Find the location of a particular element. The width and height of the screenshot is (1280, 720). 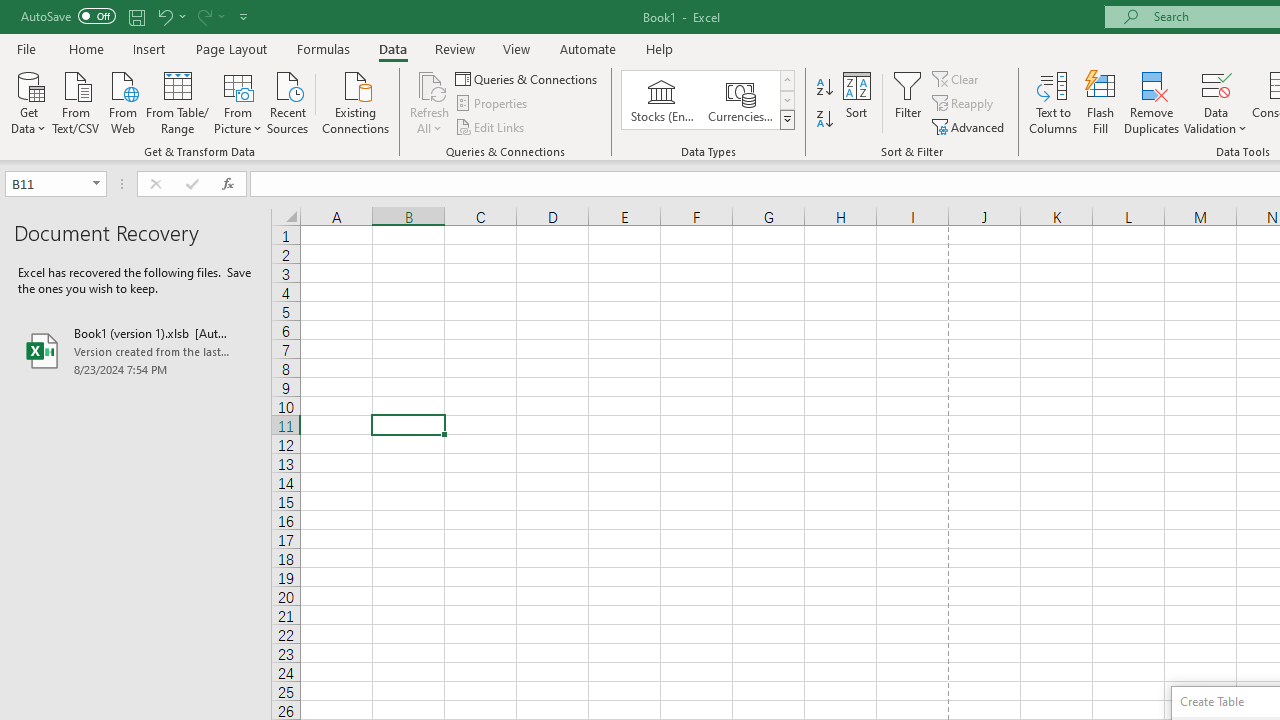

'Stocks (English)' is located at coordinates (662, 100).